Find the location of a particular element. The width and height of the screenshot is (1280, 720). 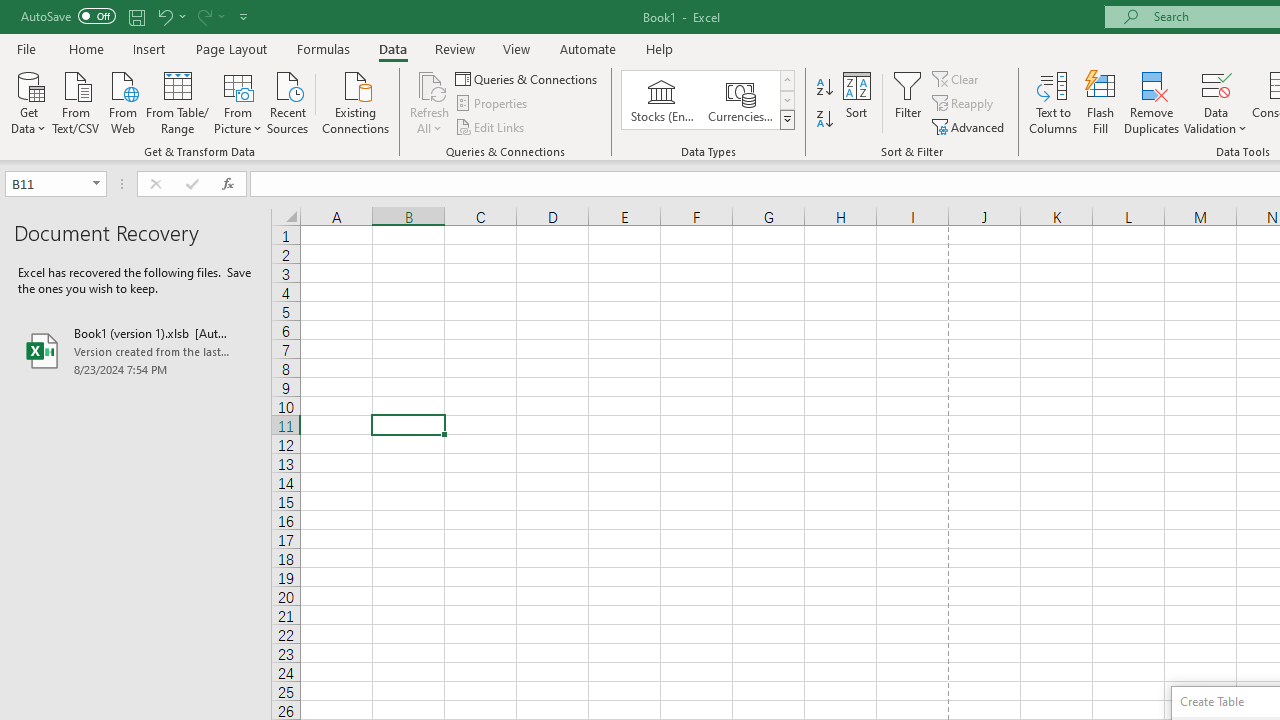

'Stocks (English)' is located at coordinates (662, 100).